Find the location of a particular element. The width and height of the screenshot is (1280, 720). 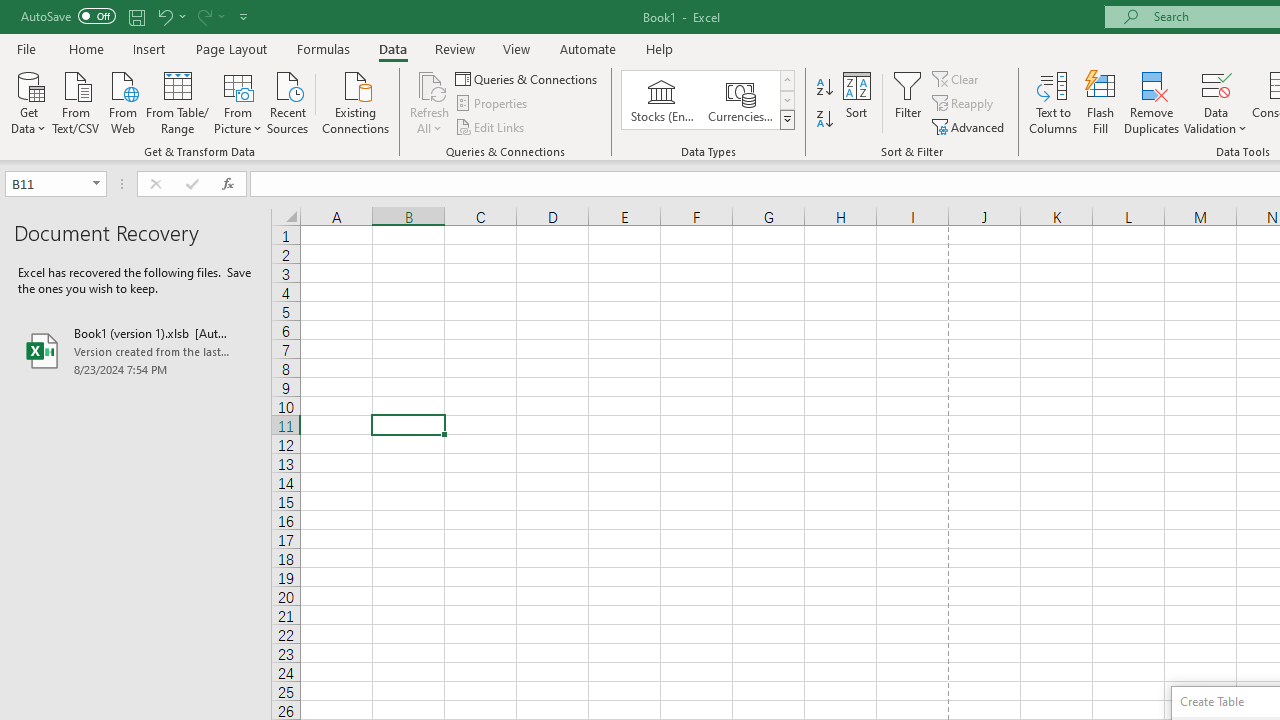

'Stocks (English)' is located at coordinates (662, 100).